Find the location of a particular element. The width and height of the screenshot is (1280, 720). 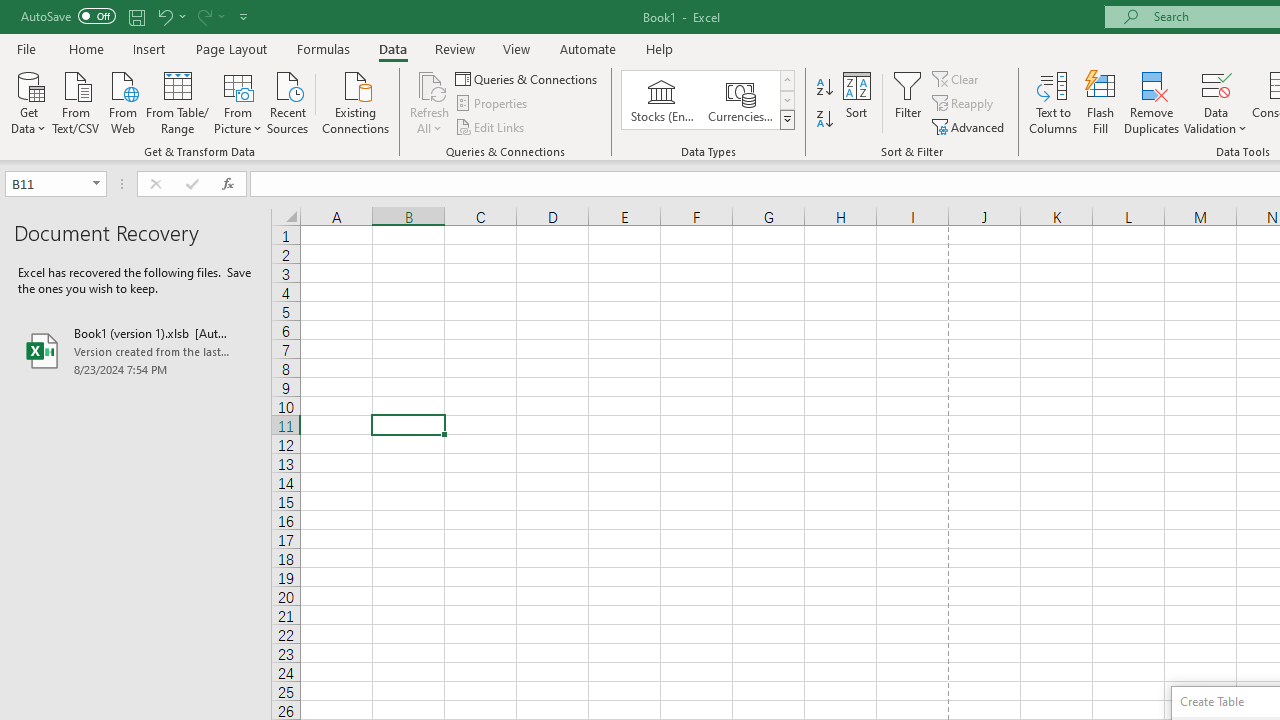

'Stocks (English)' is located at coordinates (662, 100).